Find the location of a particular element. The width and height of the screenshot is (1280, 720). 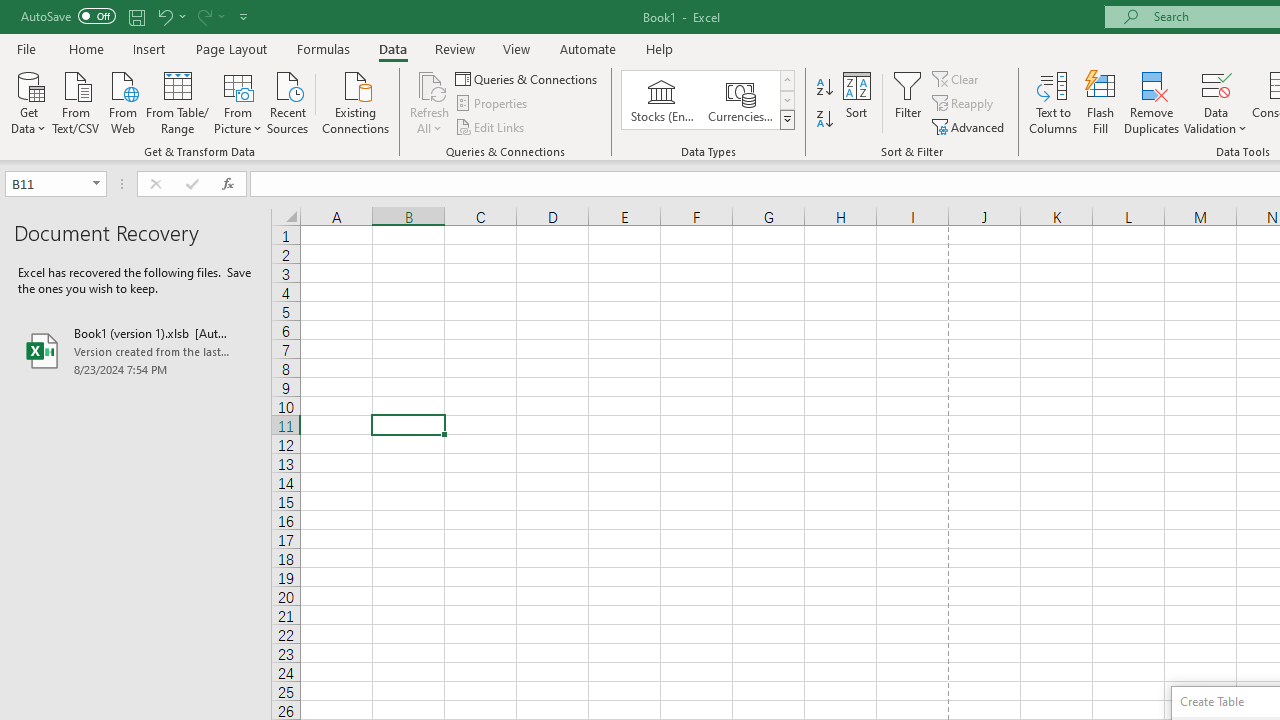

'Stocks (English)' is located at coordinates (662, 100).